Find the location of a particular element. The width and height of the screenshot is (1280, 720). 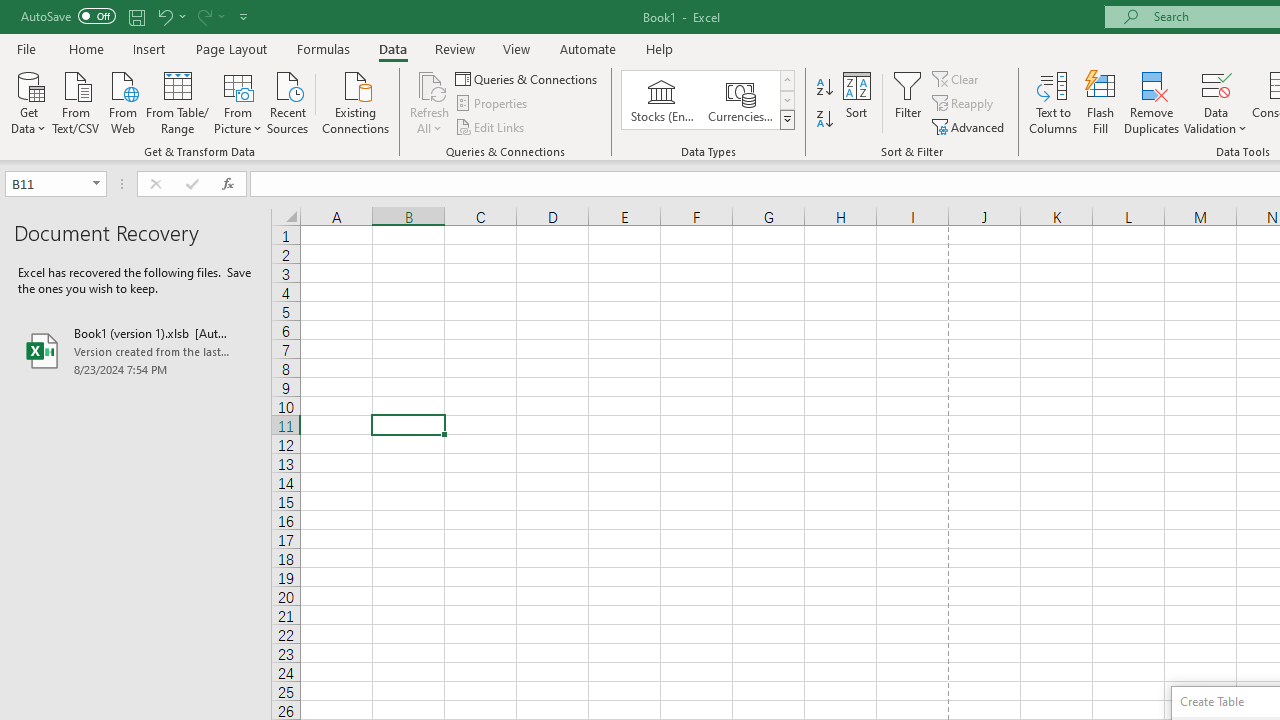

'Stocks (English)' is located at coordinates (662, 100).